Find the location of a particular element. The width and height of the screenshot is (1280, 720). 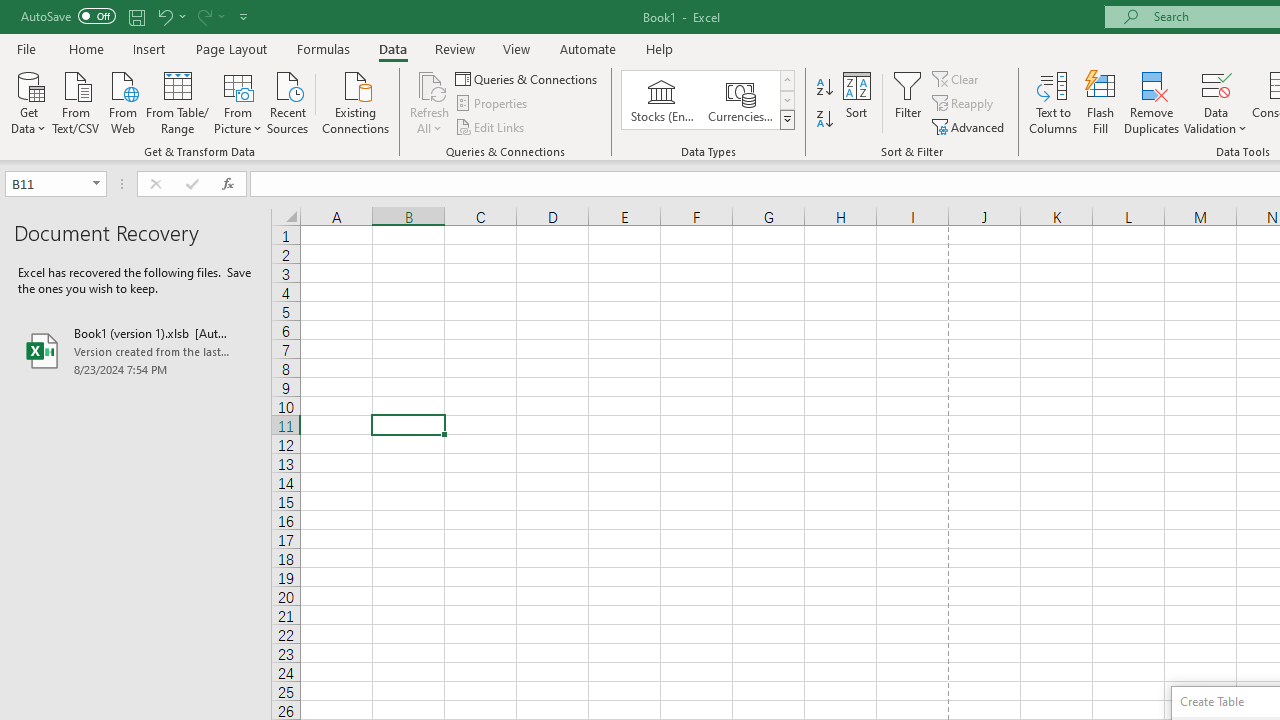

'Stocks (English)' is located at coordinates (662, 100).